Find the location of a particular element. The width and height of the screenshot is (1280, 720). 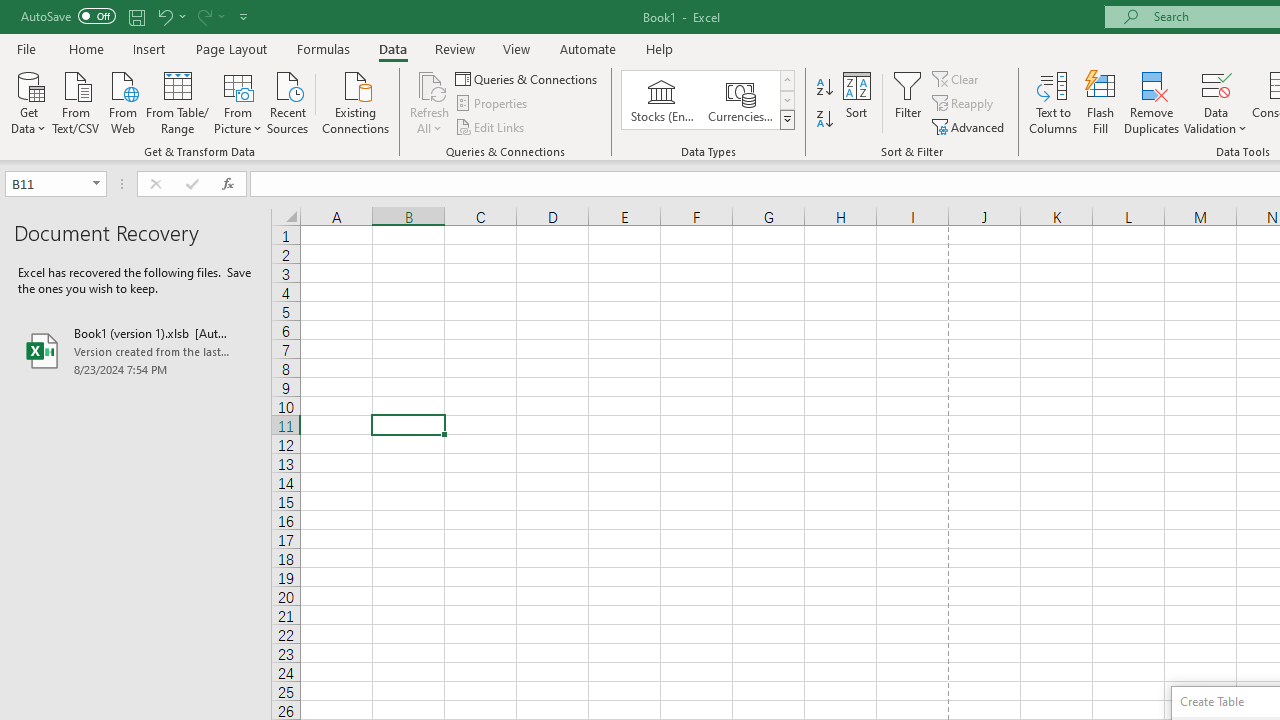

'Stocks (English)' is located at coordinates (662, 100).